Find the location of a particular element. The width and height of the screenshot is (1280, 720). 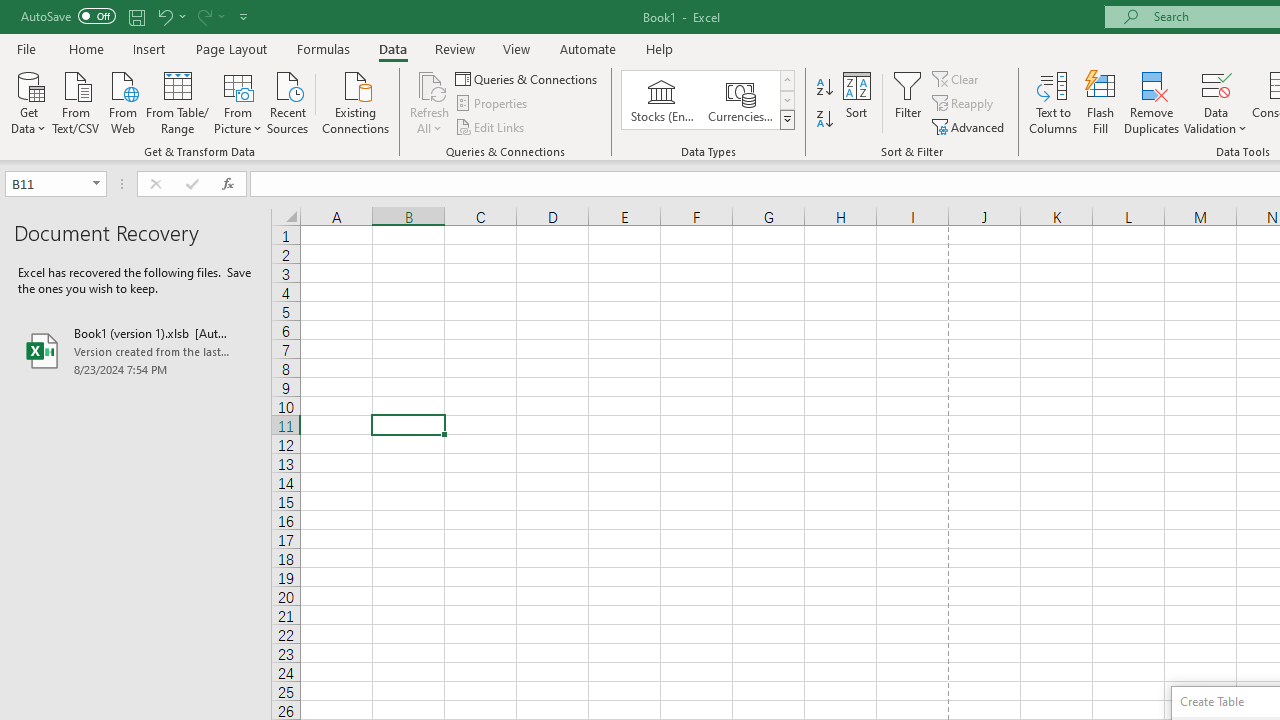

'Stocks (English)' is located at coordinates (662, 100).